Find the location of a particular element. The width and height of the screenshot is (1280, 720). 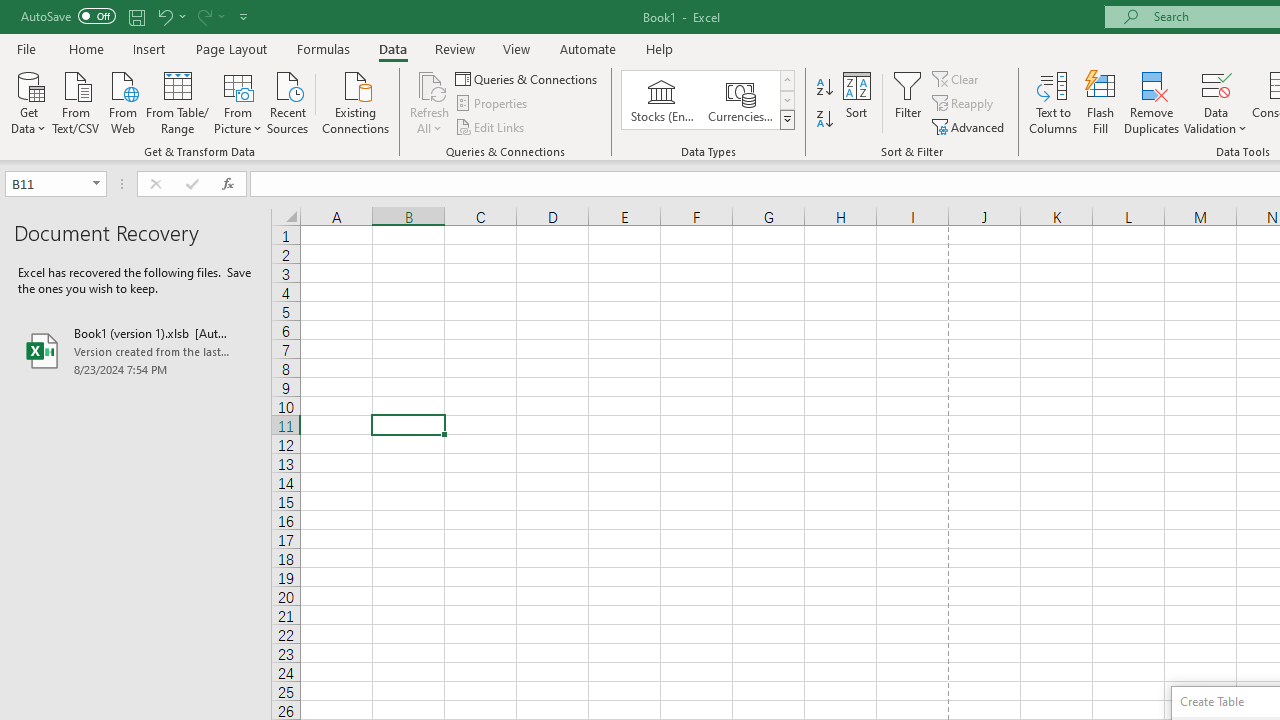

'Stocks (English)' is located at coordinates (662, 100).